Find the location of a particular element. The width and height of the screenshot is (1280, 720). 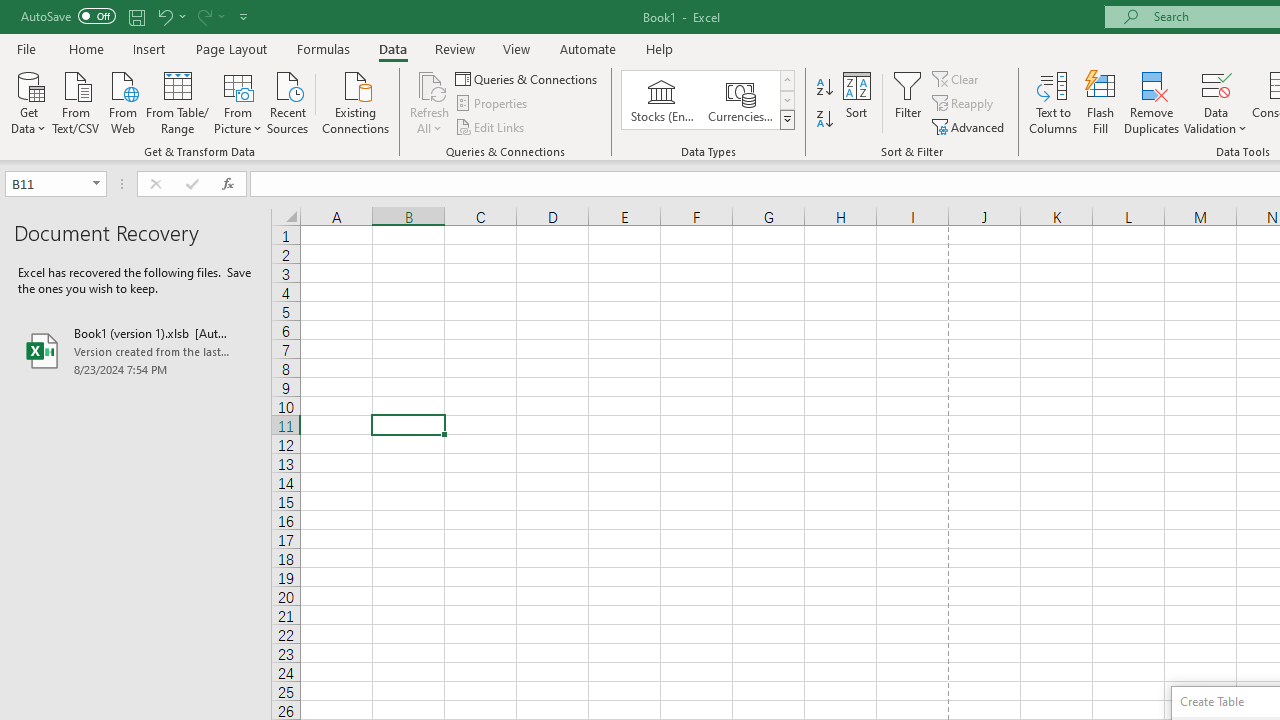

'Stocks (English)' is located at coordinates (662, 100).